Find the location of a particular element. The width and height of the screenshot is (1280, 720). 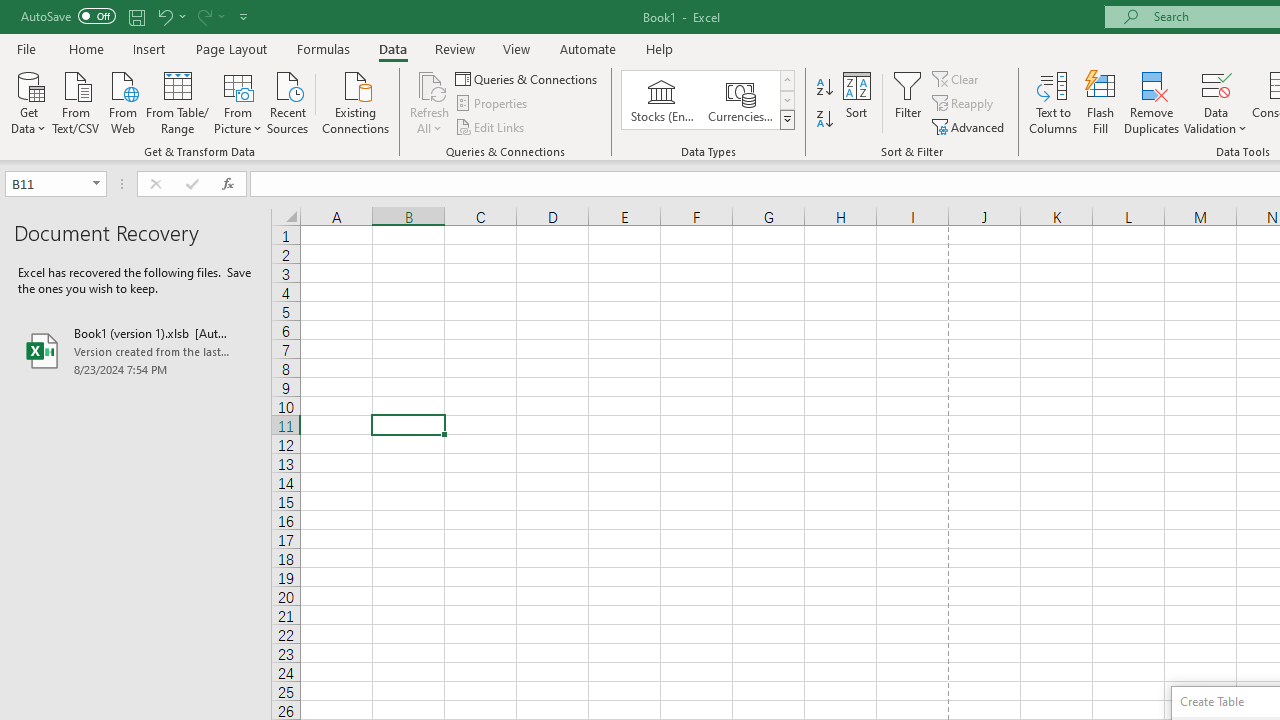

'Stocks (English)' is located at coordinates (662, 100).